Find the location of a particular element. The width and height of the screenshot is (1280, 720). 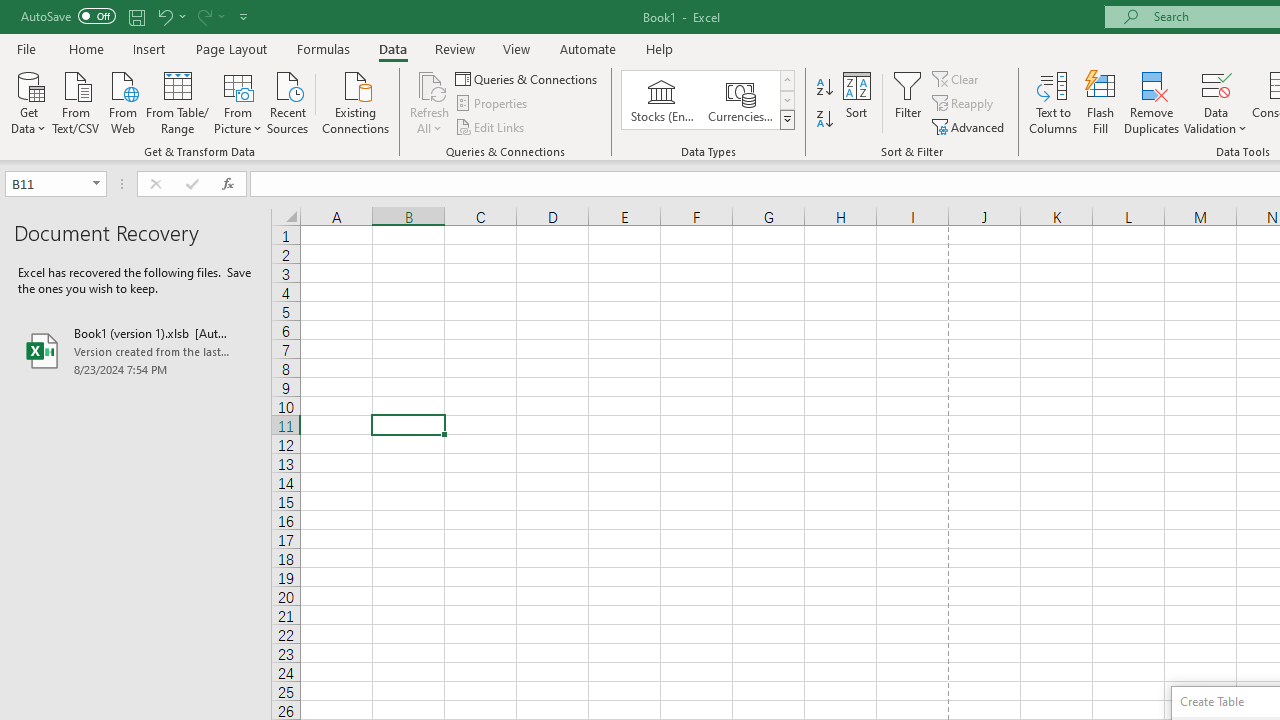

'Stocks (English)' is located at coordinates (662, 100).